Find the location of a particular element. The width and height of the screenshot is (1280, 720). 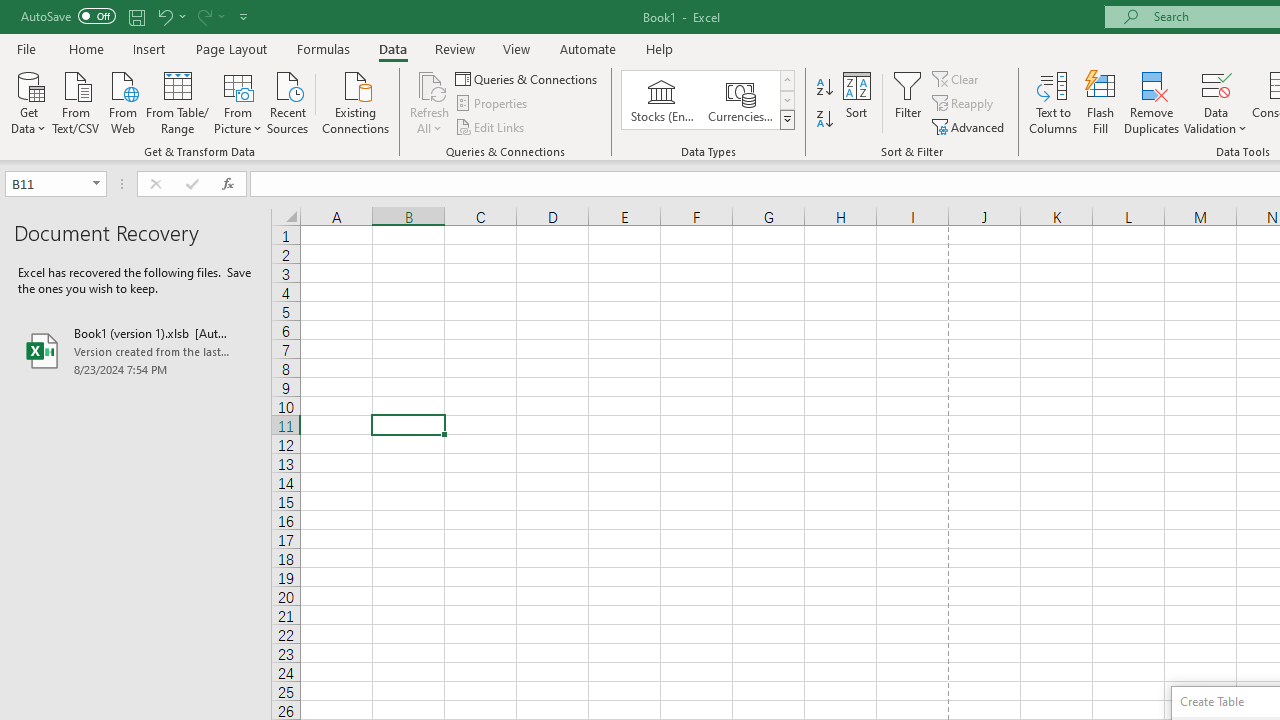

'Stocks (English)' is located at coordinates (662, 100).